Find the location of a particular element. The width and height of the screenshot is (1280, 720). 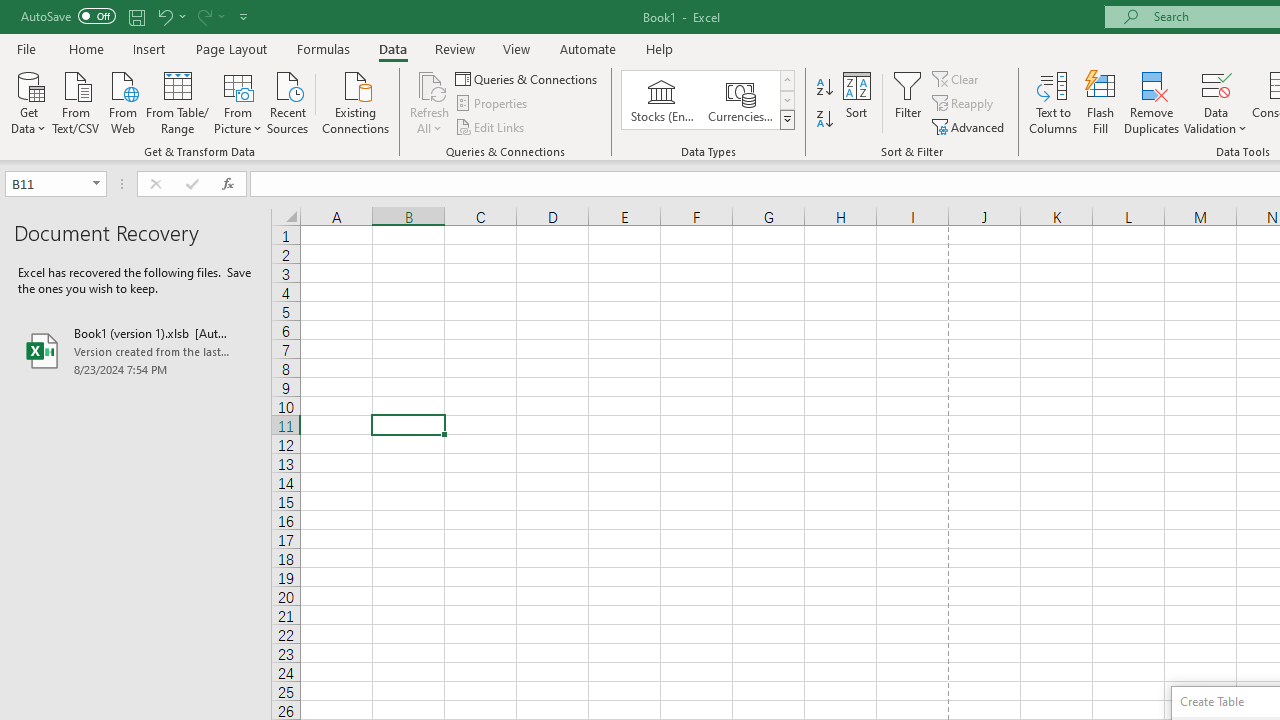

'Stocks (English)' is located at coordinates (662, 100).